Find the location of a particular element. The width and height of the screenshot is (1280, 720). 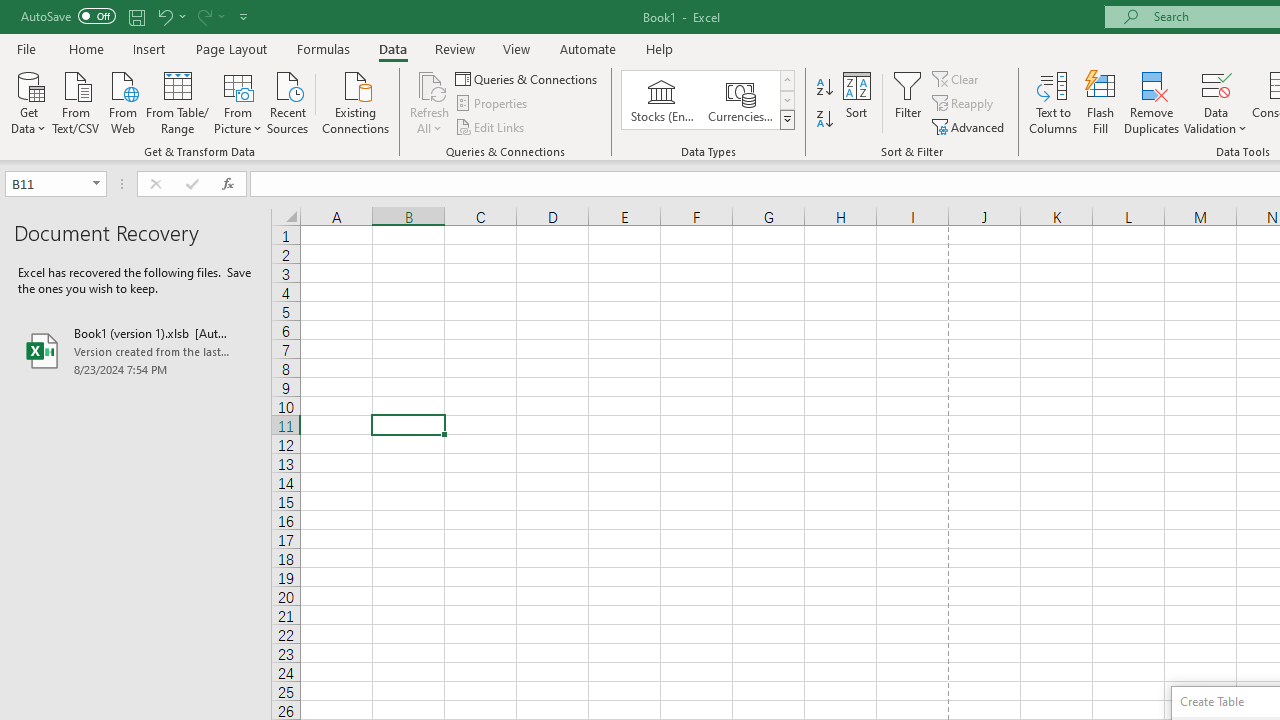

'Stocks (English)' is located at coordinates (662, 100).